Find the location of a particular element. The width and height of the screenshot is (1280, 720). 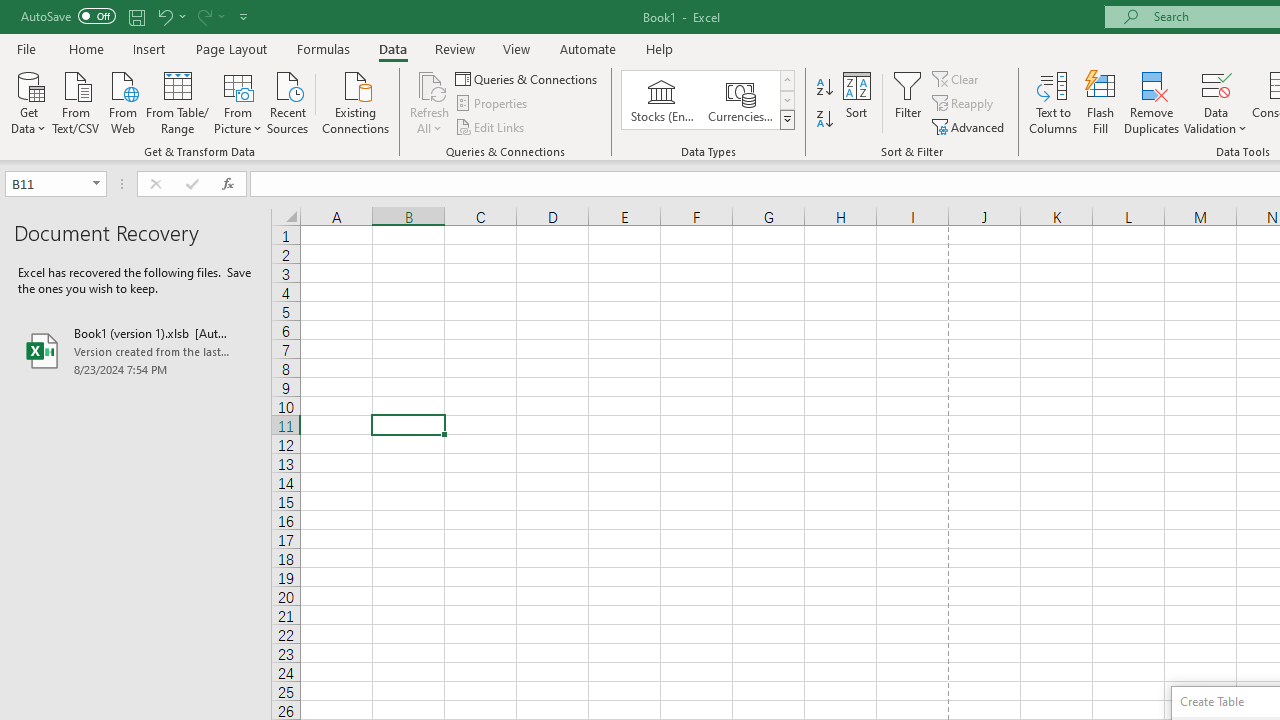

'Stocks (English)' is located at coordinates (662, 100).